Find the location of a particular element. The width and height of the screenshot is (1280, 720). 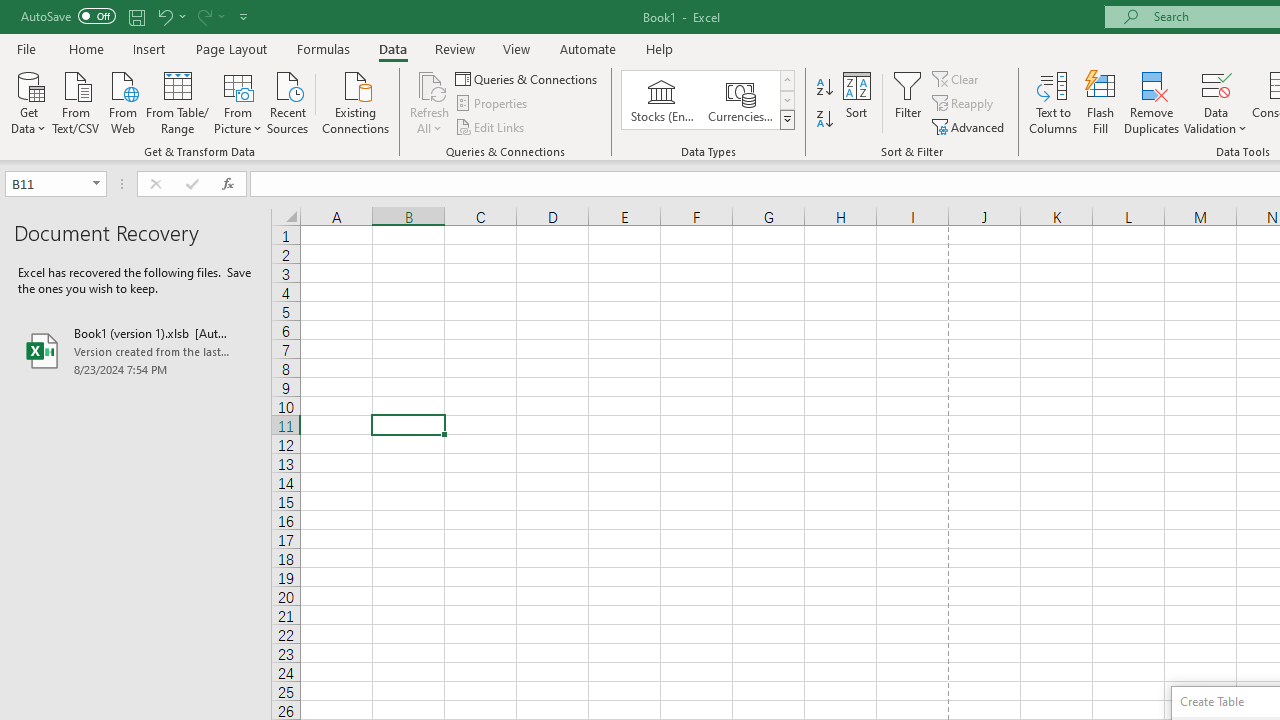

'Stocks (English)' is located at coordinates (662, 100).